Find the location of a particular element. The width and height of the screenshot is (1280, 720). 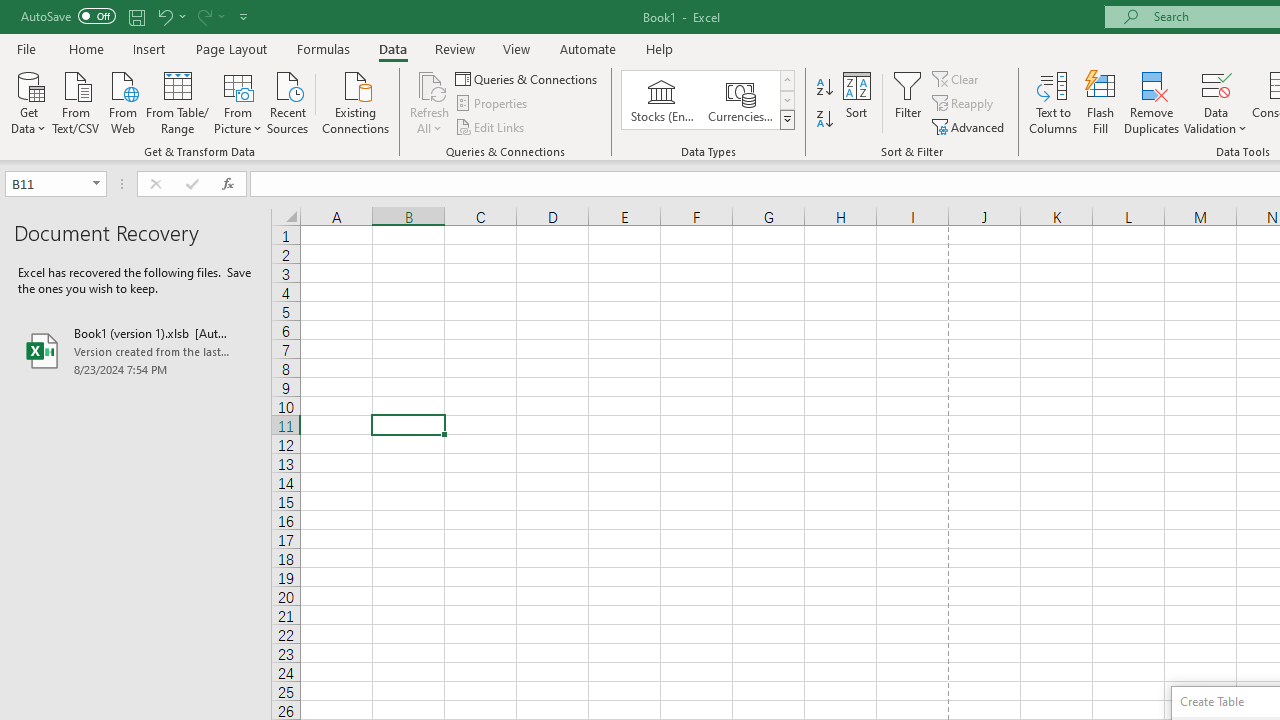

'Stocks (English)' is located at coordinates (662, 100).